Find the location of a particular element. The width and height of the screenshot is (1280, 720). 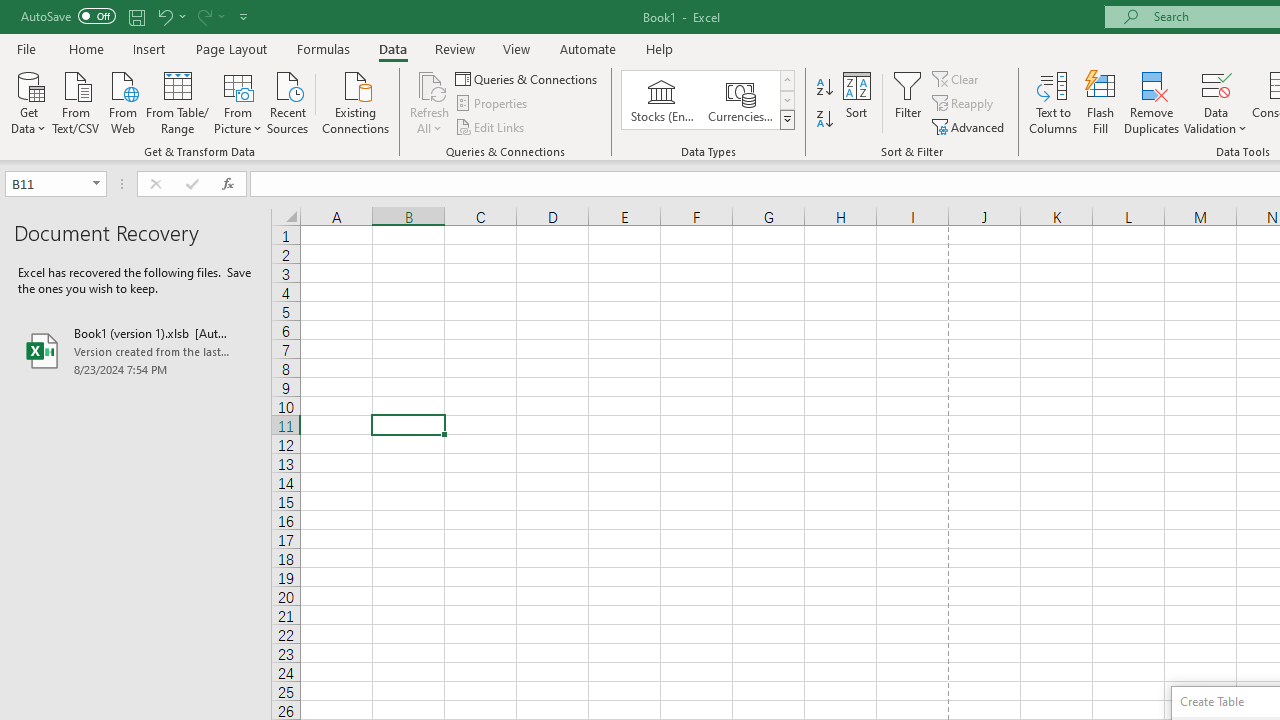

'Stocks (English)' is located at coordinates (662, 100).